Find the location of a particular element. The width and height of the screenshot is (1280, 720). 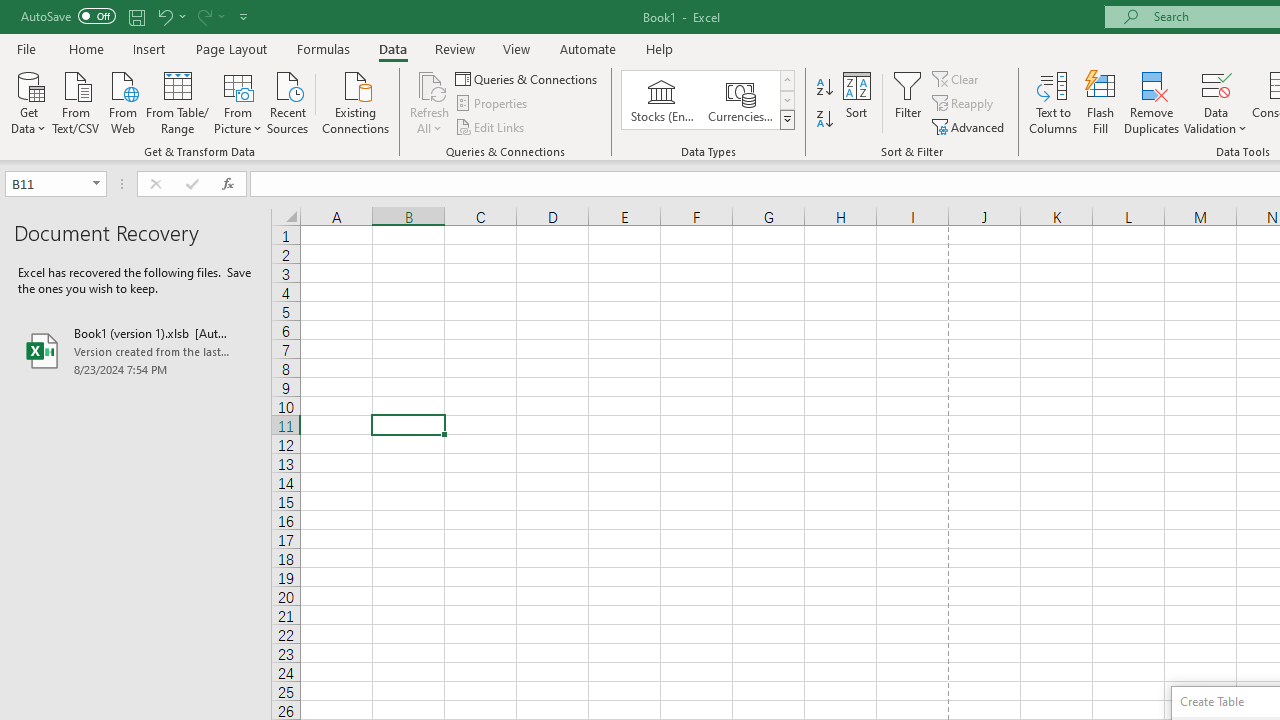

'Stocks (English)' is located at coordinates (662, 100).